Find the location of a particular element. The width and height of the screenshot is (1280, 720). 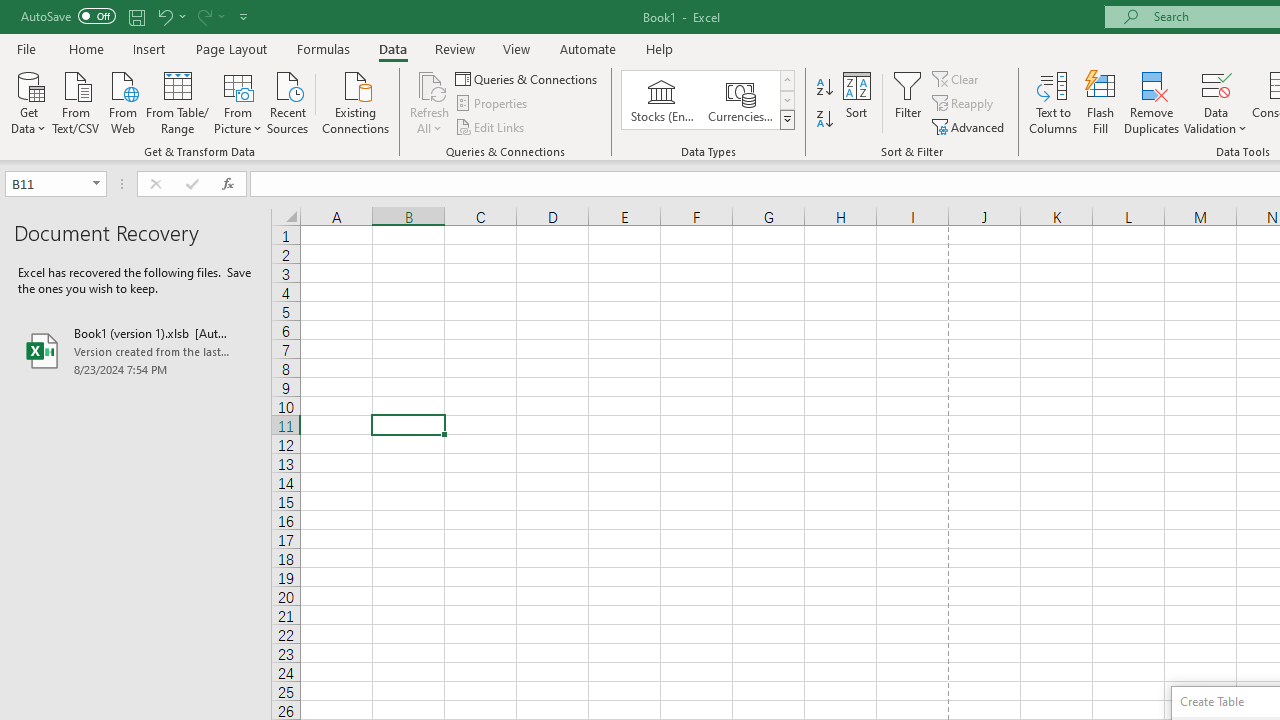

'Stocks (English)' is located at coordinates (662, 100).